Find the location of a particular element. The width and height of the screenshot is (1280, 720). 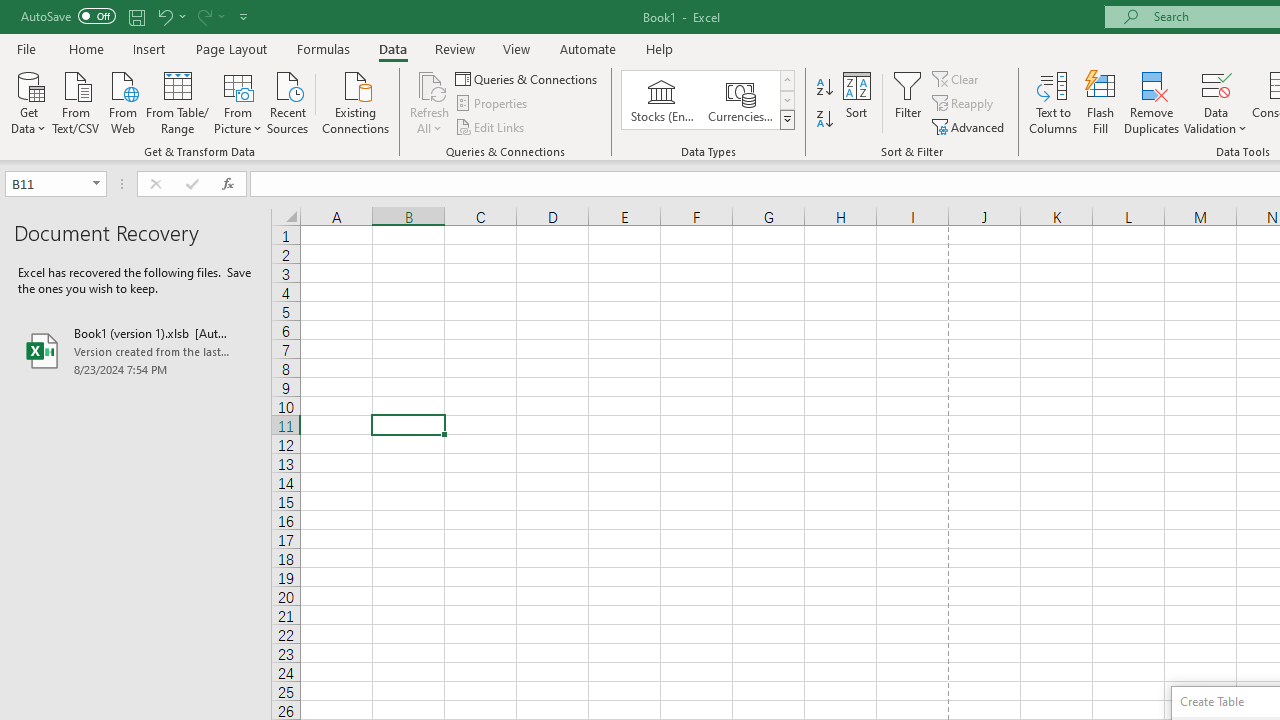

'Stocks (English)' is located at coordinates (662, 100).